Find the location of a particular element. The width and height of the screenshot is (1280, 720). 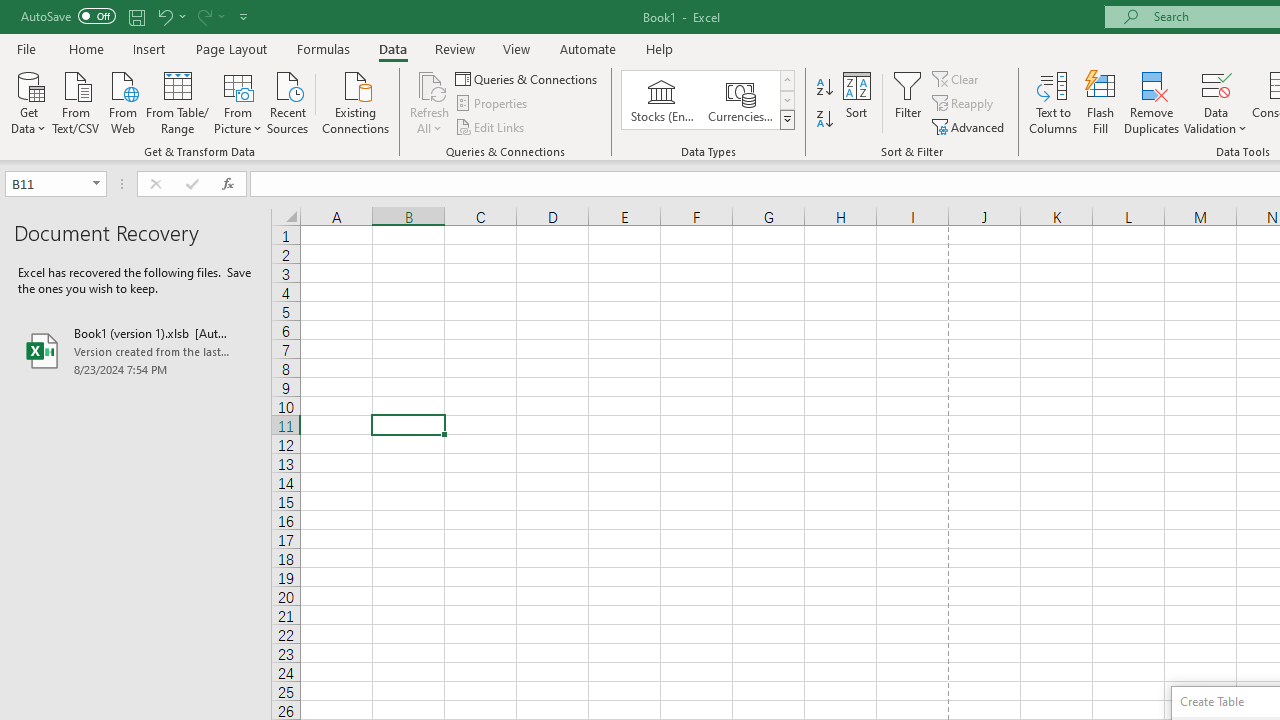

'Stocks (English)' is located at coordinates (662, 100).